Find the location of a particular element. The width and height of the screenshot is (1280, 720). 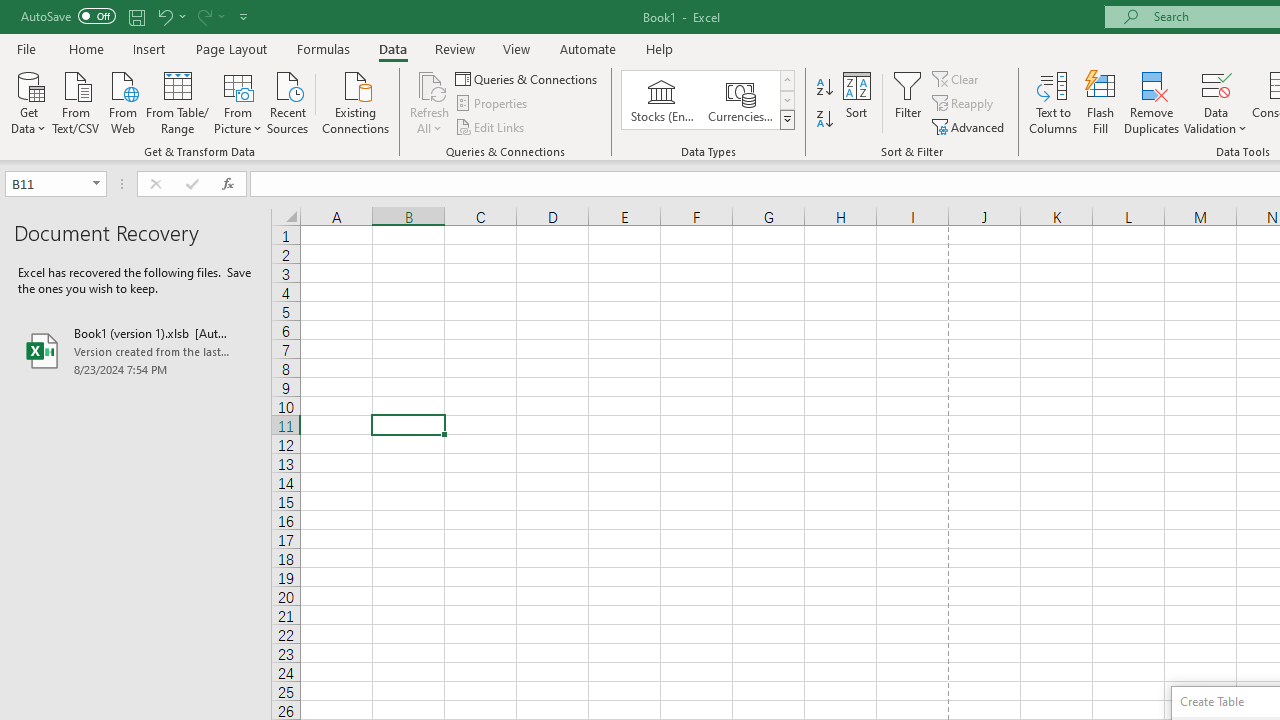

'Stocks (English)' is located at coordinates (662, 100).